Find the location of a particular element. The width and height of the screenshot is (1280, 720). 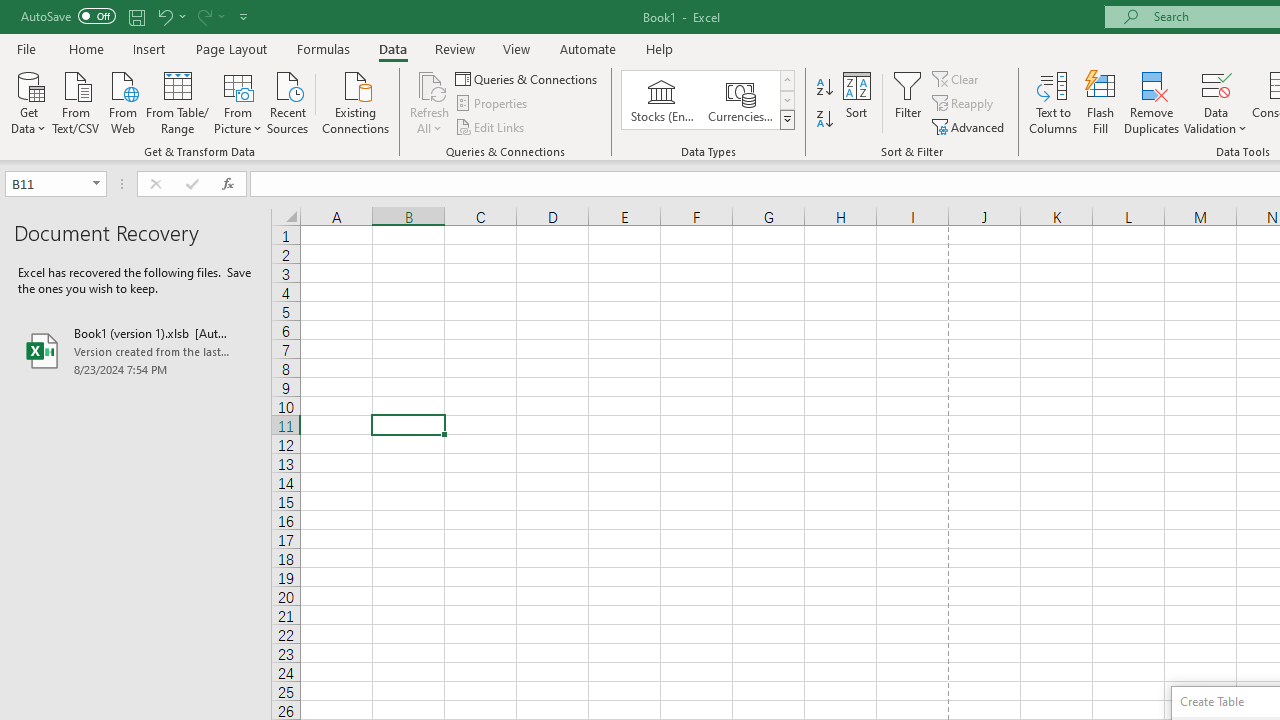

'Stocks (English)' is located at coordinates (662, 100).